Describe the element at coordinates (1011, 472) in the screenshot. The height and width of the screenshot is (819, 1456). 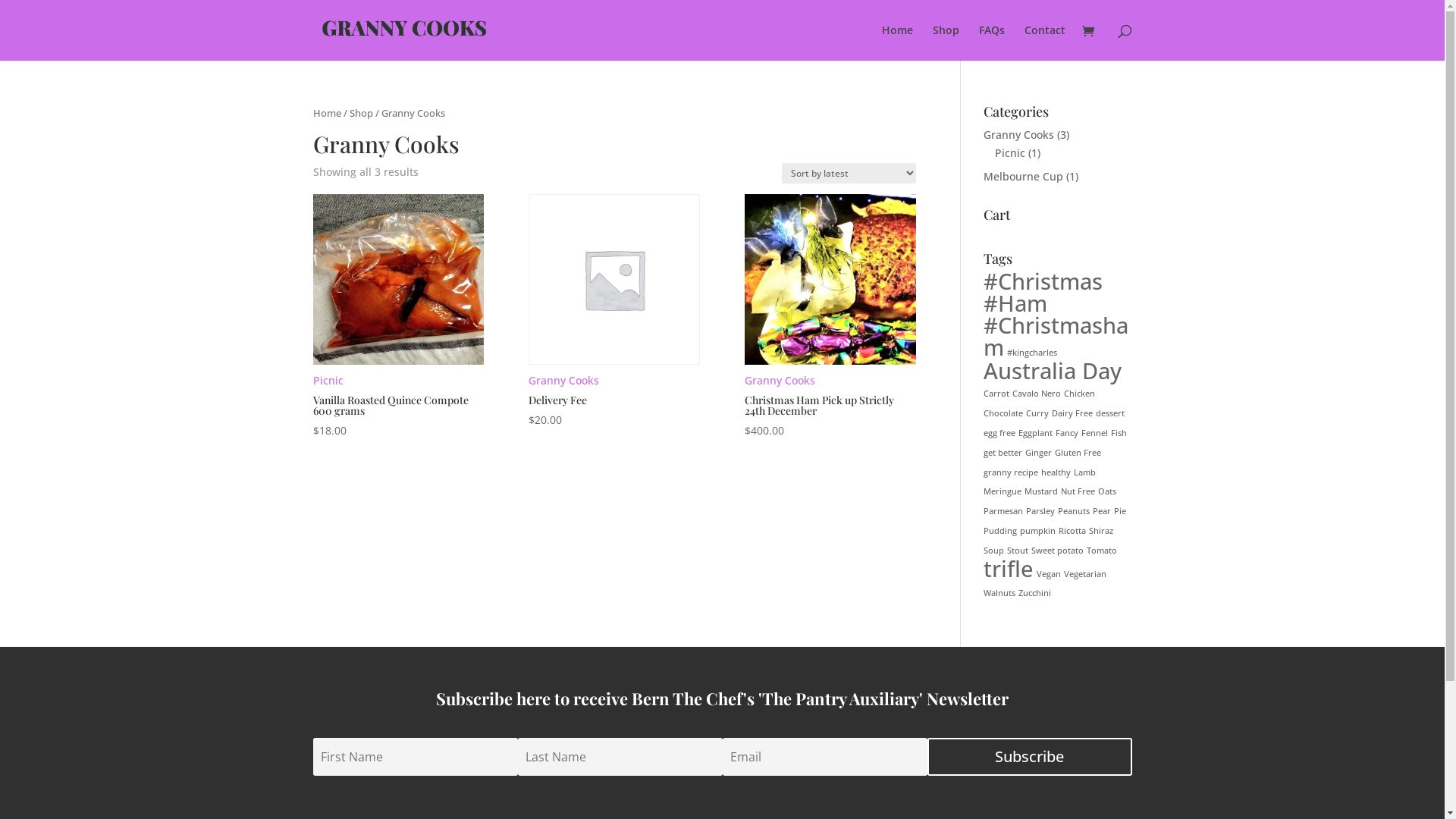
I see `'granny recipe'` at that location.